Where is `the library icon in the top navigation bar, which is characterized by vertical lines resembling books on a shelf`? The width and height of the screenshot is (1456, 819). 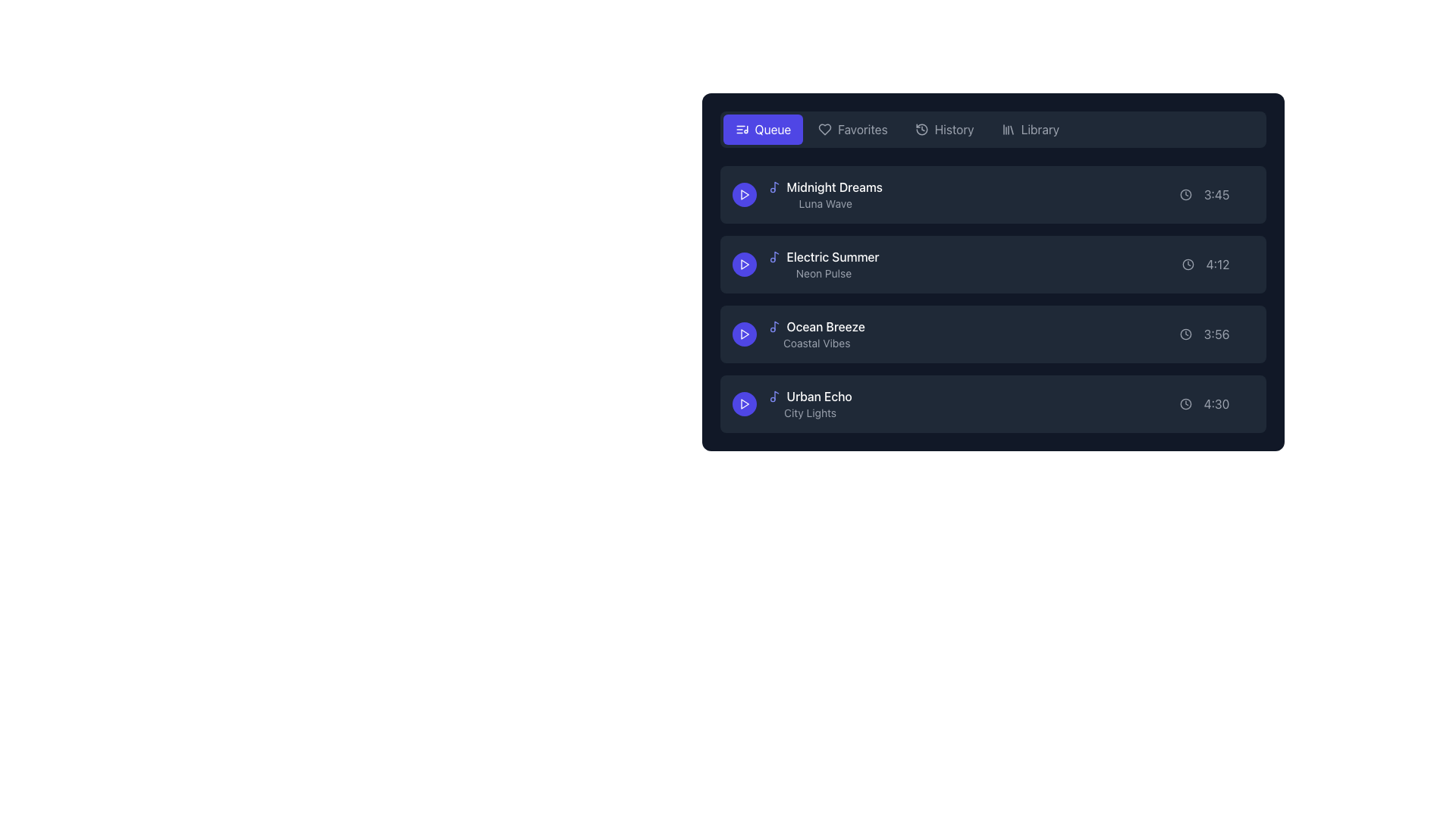
the library icon in the top navigation bar, which is characterized by vertical lines resembling books on a shelf is located at coordinates (1008, 128).